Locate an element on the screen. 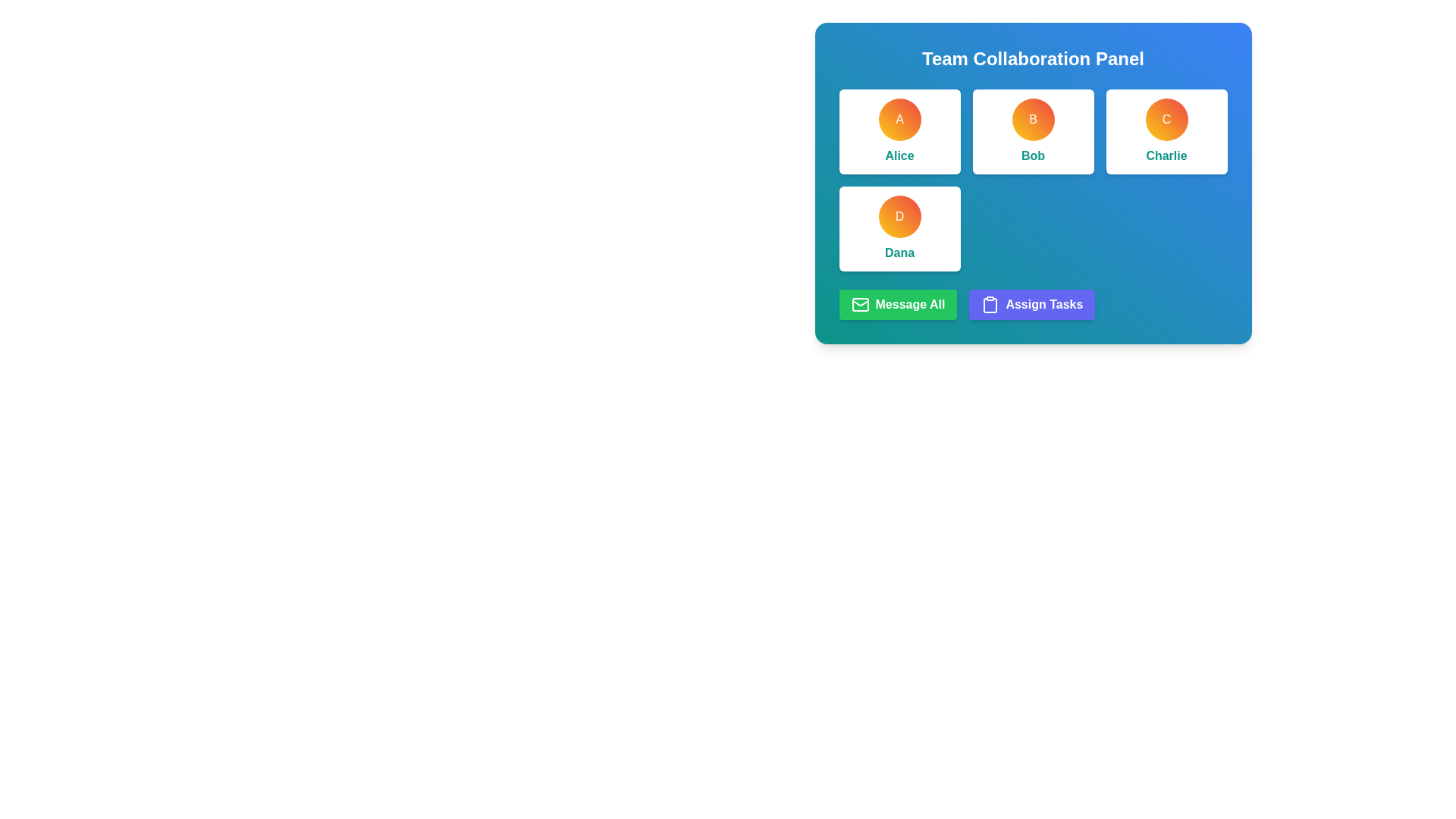  the green 'Message All' button with a white envelope icon is located at coordinates (898, 304).